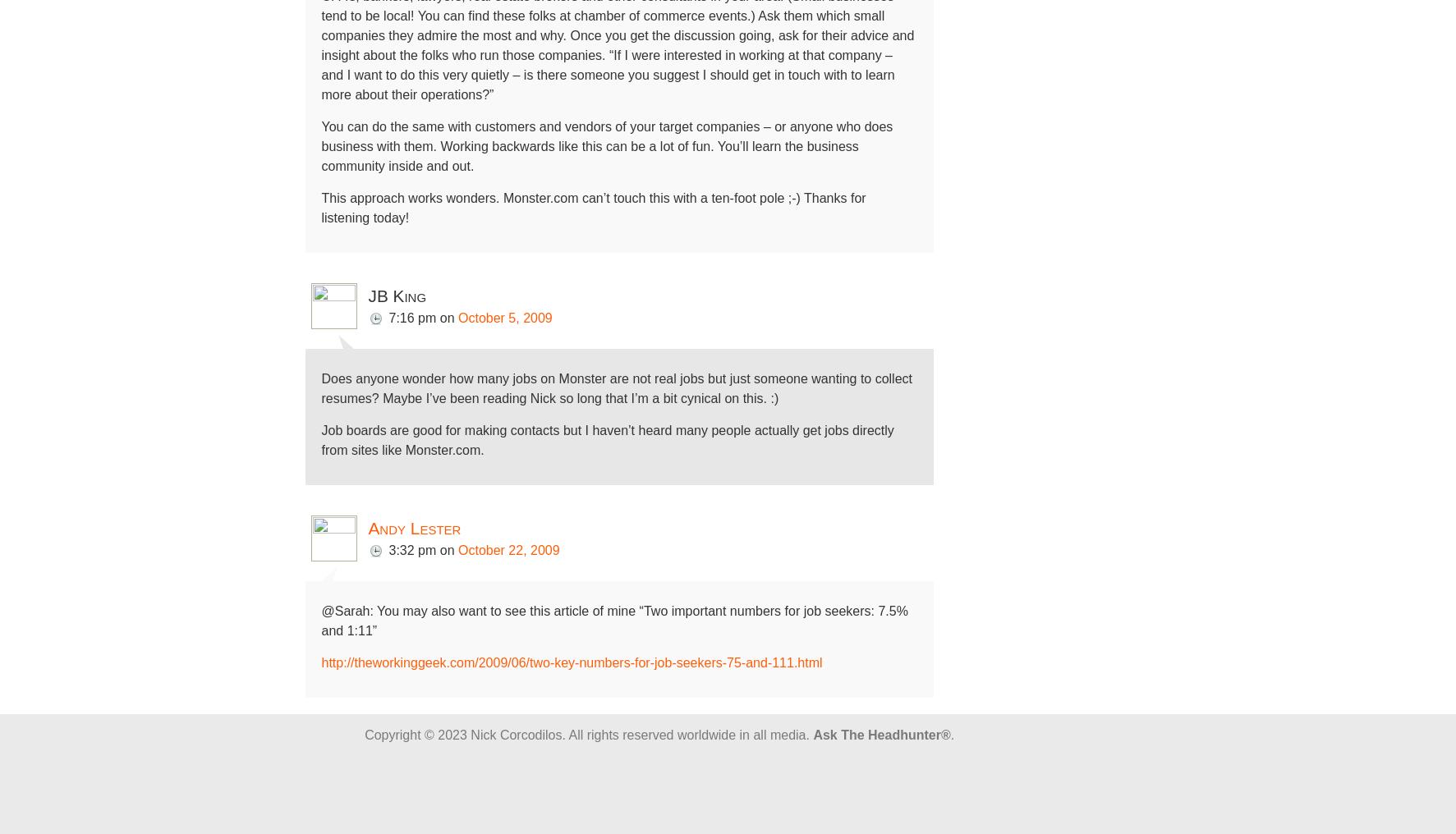  I want to click on 'October 22, 2009', so click(508, 549).